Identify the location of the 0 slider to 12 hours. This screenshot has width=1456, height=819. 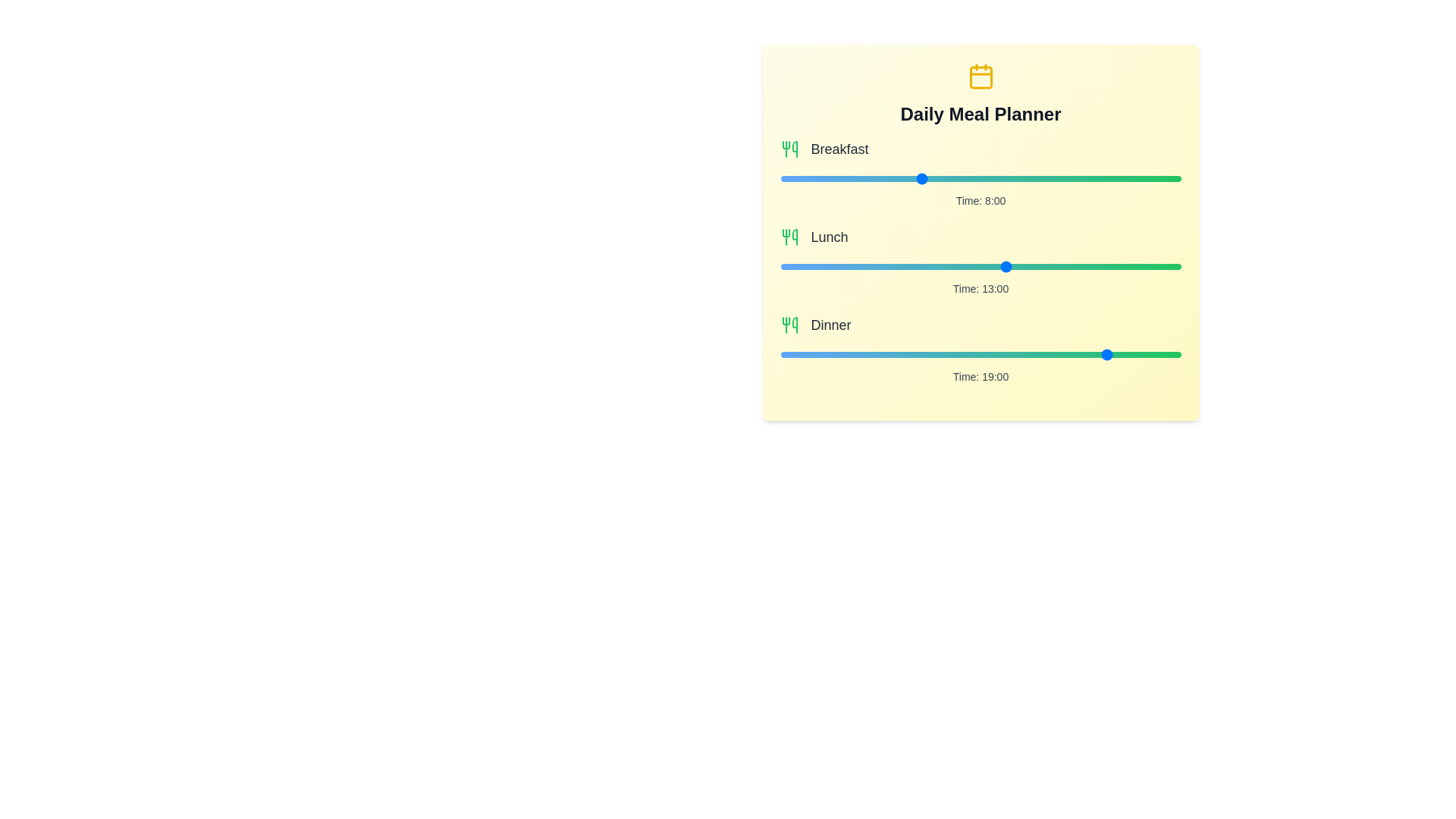
(1189, 177).